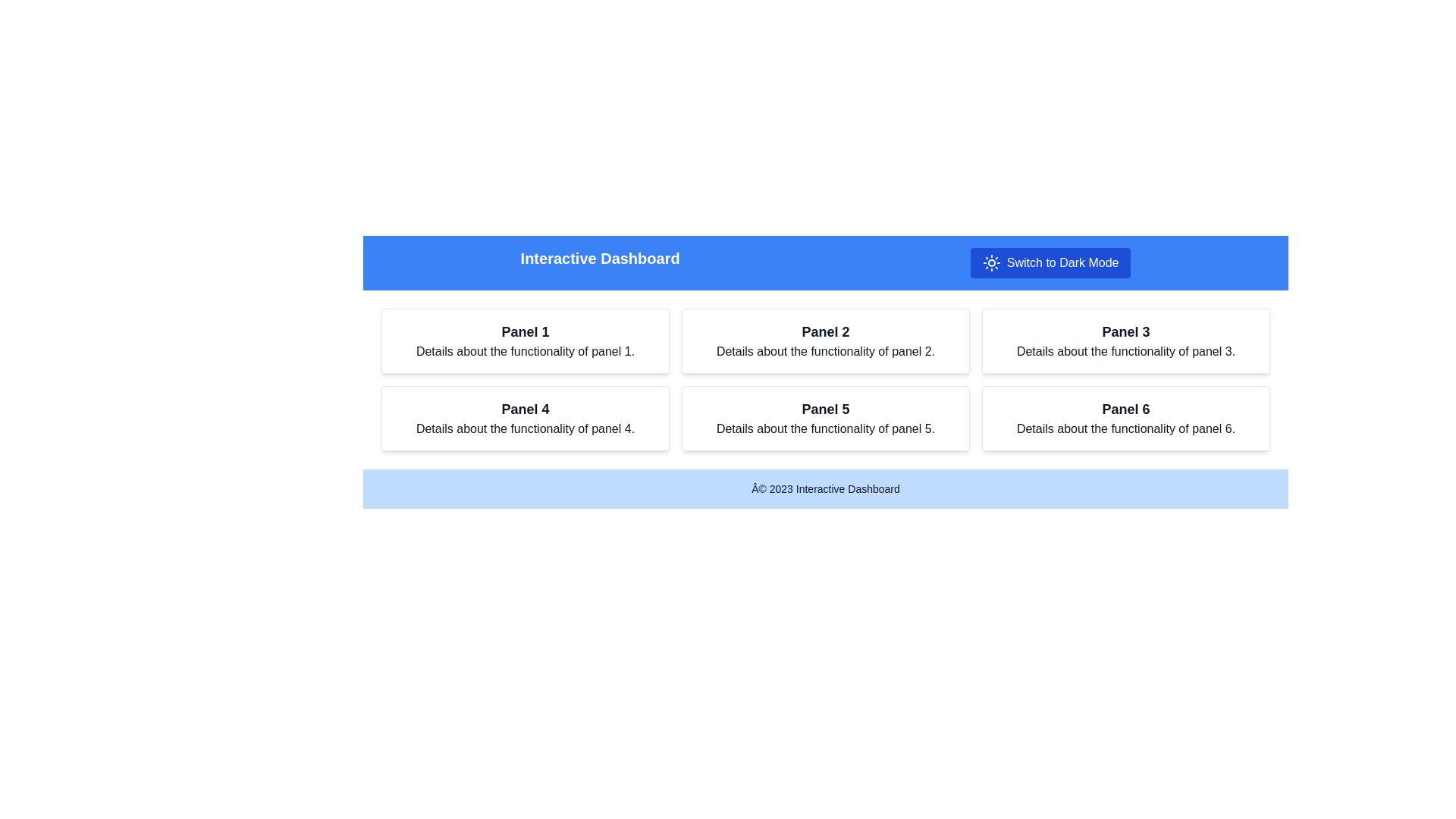 This screenshot has height=819, width=1456. What do you see at coordinates (1125, 418) in the screenshot?
I see `the Informational panel displaying information about 'Panel 6', located in the bottom-right corner of the 3x2 grid layout` at bounding box center [1125, 418].